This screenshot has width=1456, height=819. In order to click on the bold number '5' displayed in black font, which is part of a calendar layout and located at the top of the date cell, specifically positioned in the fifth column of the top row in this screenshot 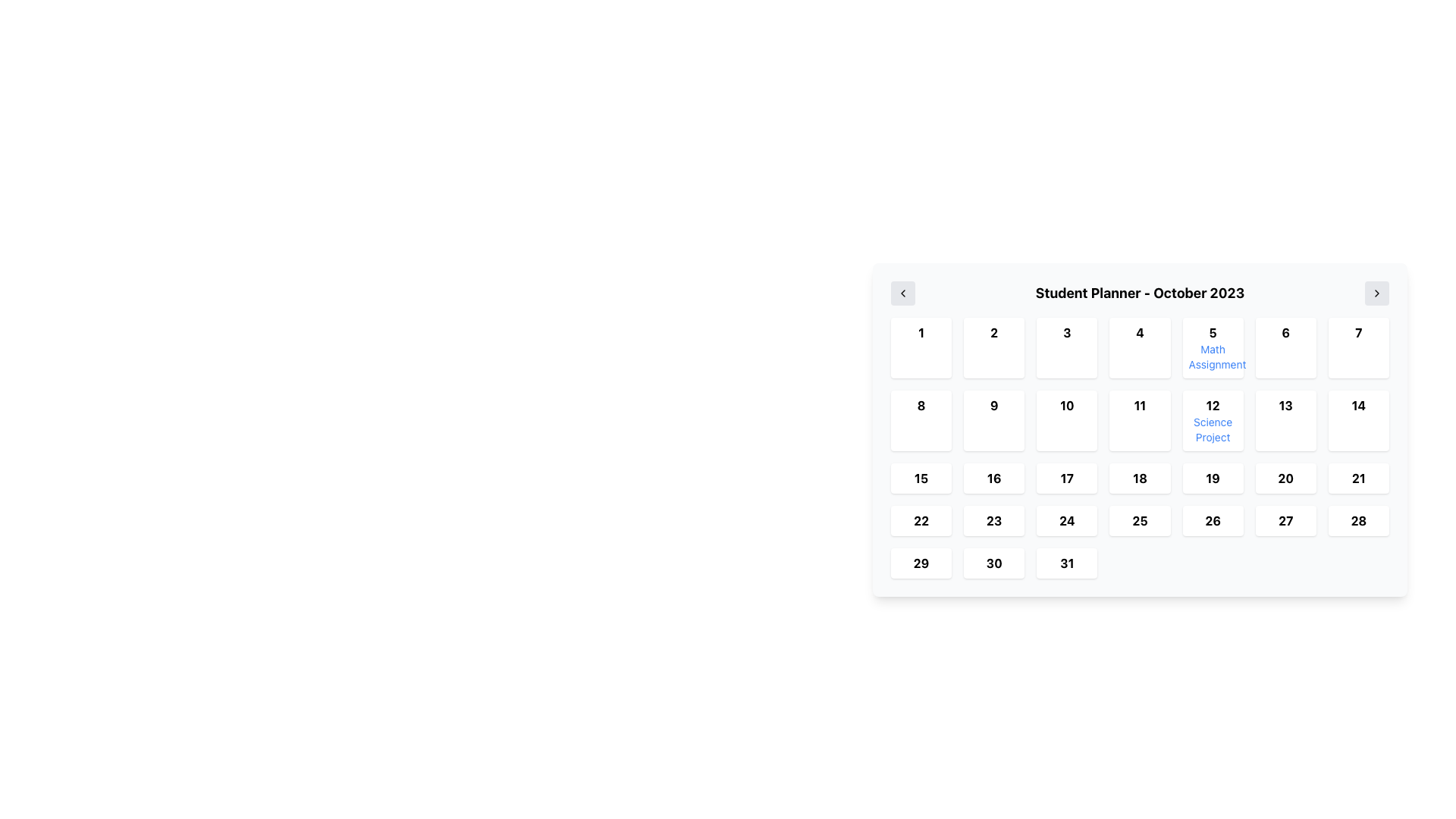, I will do `click(1212, 332)`.